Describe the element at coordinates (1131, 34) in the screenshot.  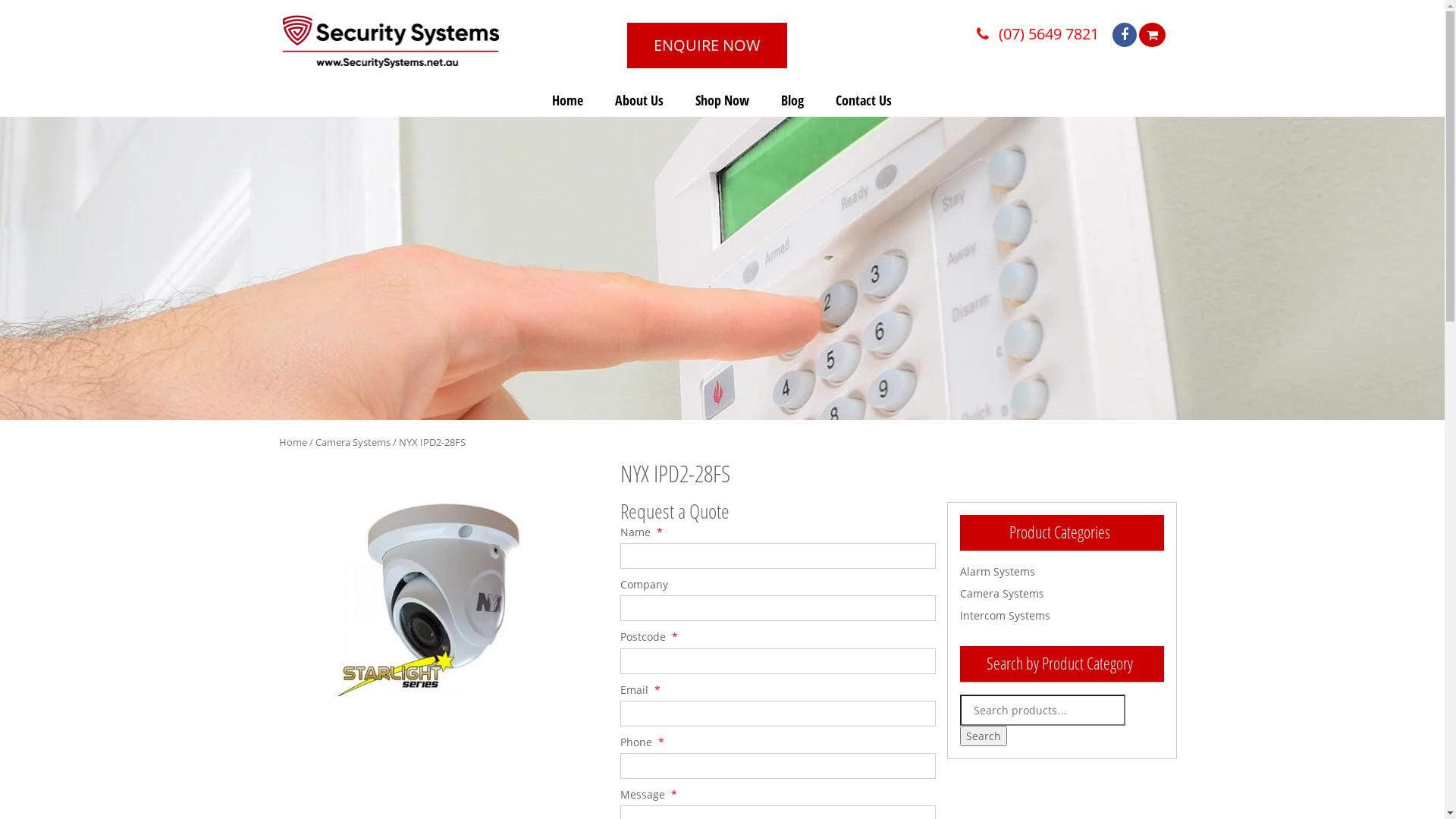
I see `'facebook'` at that location.